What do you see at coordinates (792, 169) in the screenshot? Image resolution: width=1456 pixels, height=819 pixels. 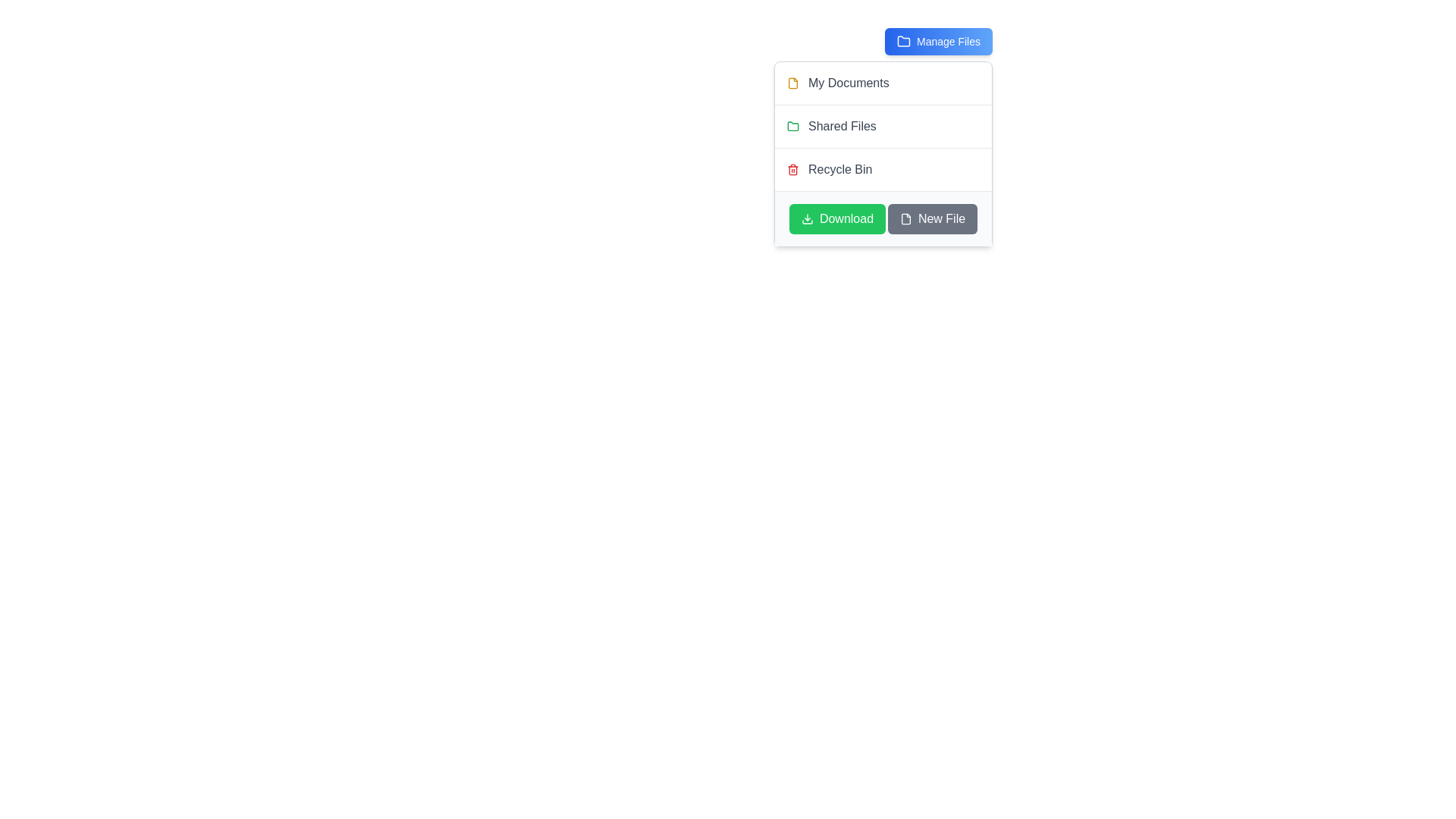 I see `the trash icon associated with the 'Recycle Bin' menu item to interact with it` at bounding box center [792, 169].